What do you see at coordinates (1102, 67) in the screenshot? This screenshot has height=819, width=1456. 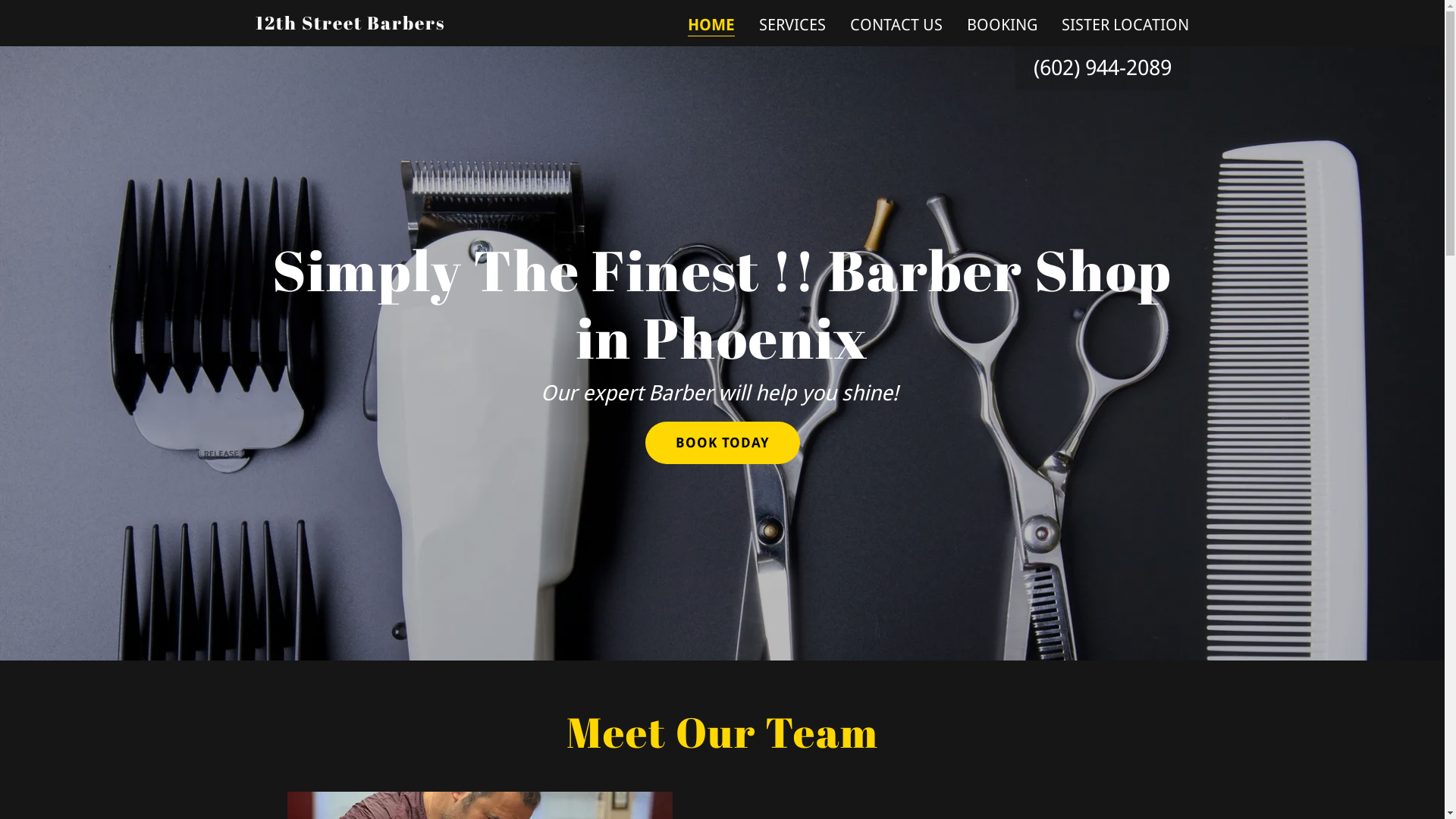 I see `'(602) 944-2089'` at bounding box center [1102, 67].